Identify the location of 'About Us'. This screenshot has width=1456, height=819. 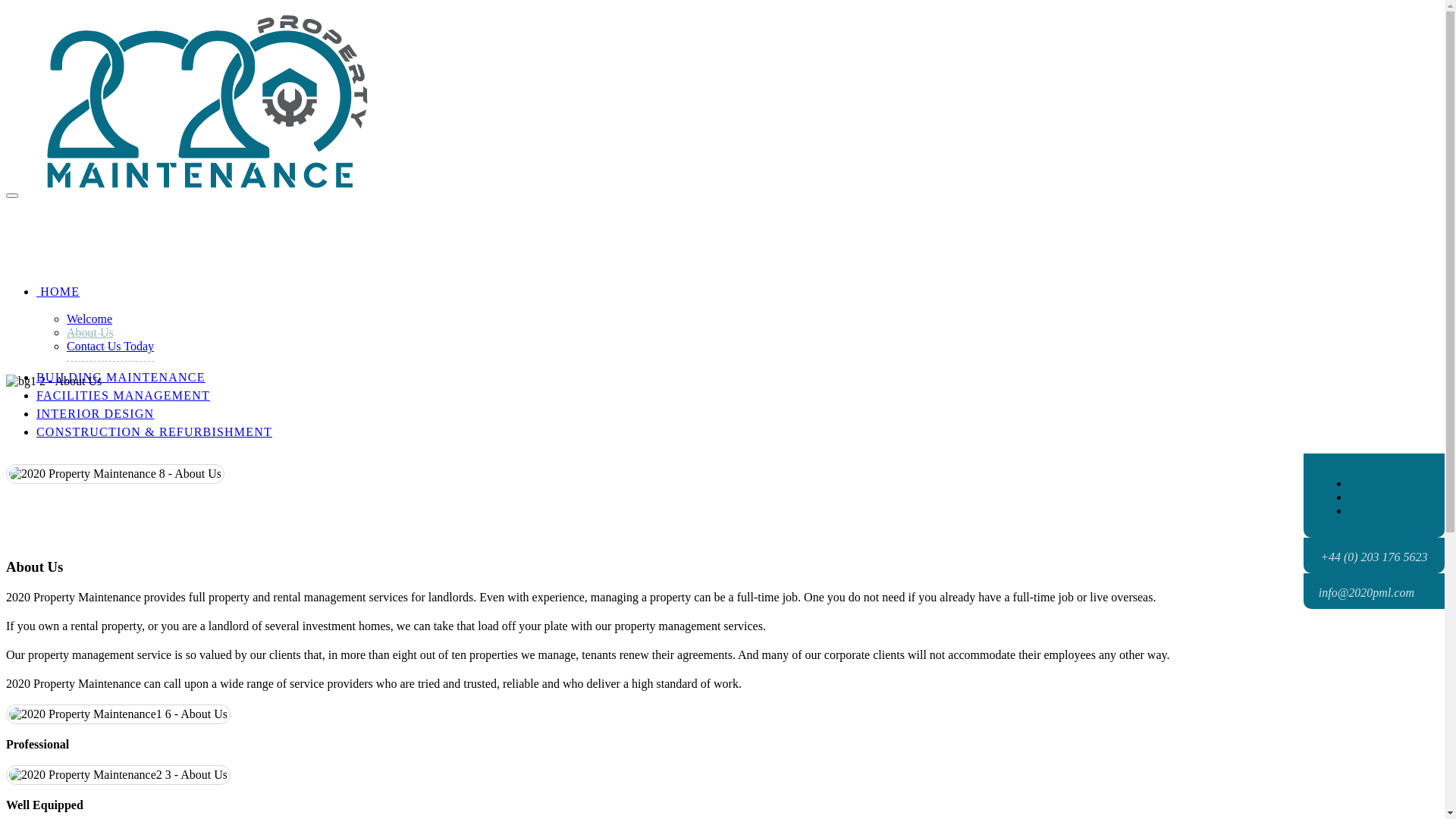
(54, 380).